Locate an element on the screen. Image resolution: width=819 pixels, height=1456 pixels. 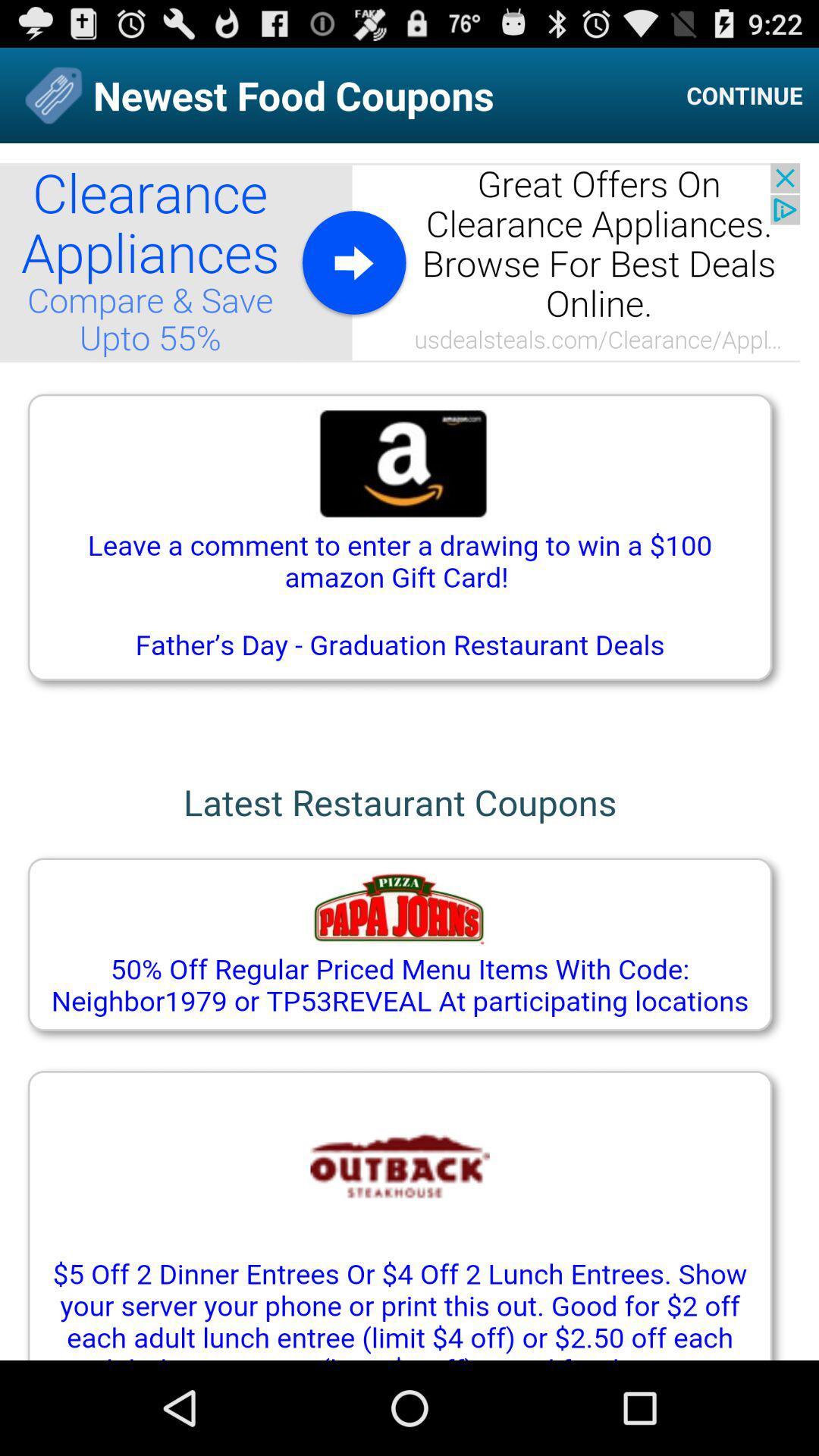
seeing the paragraph is located at coordinates (409, 752).